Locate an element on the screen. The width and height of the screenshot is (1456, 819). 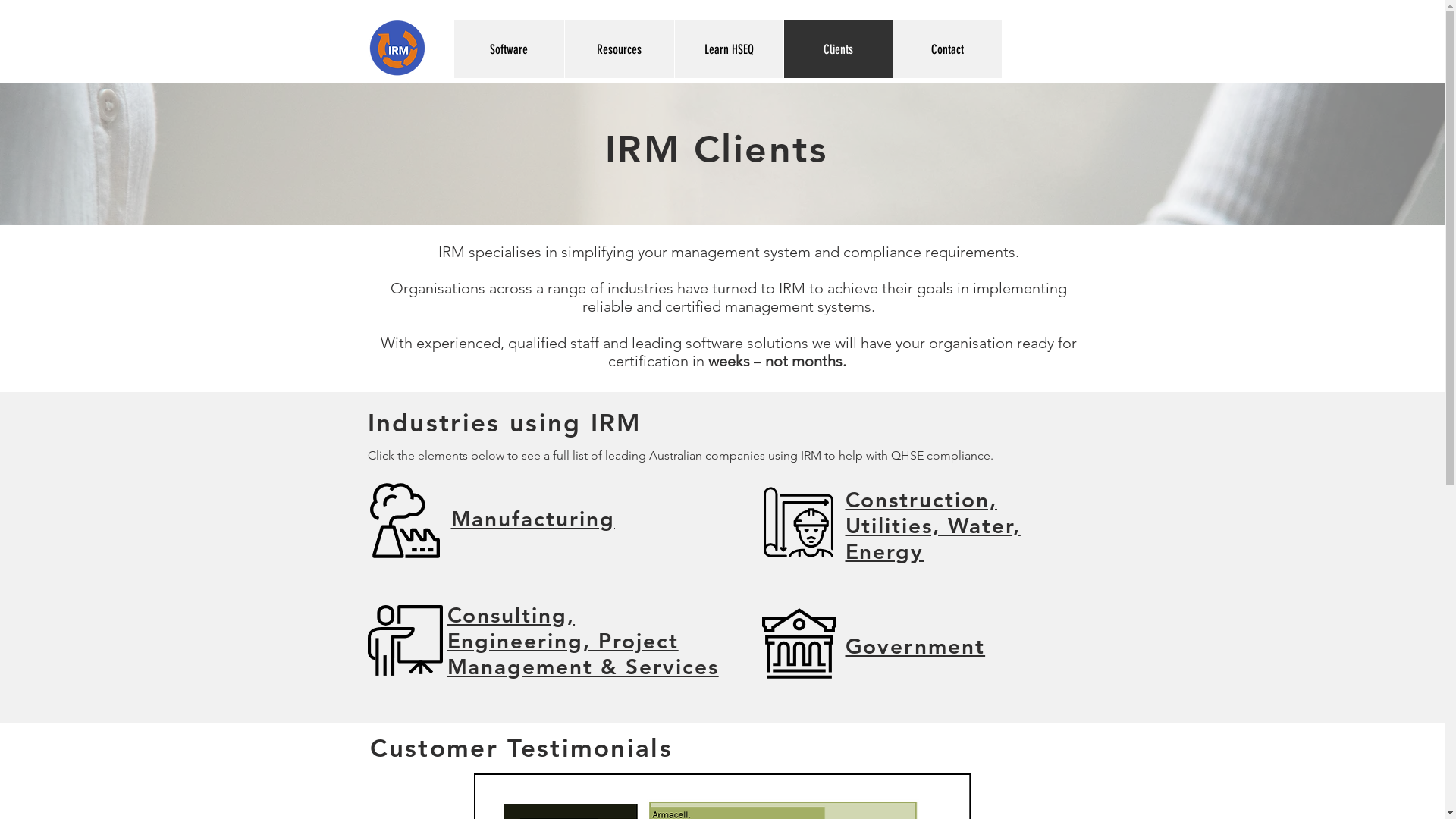
'Resources' is located at coordinates (619, 49).